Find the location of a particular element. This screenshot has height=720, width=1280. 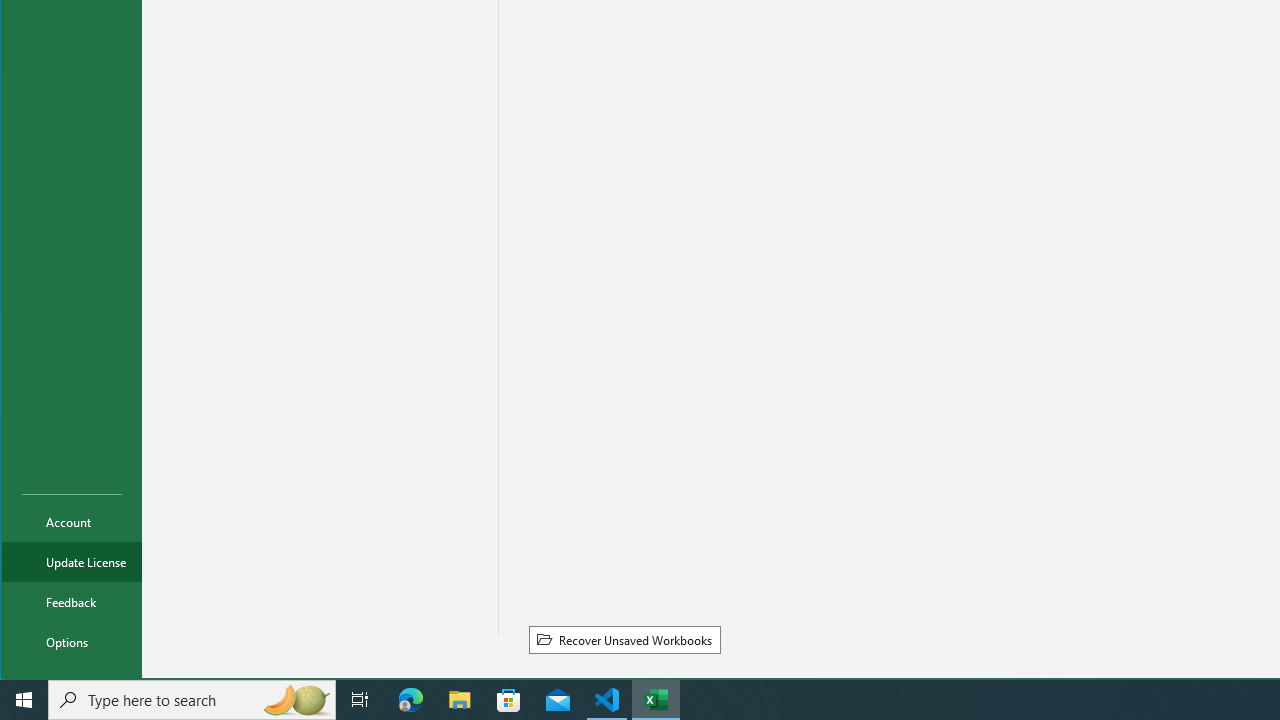

'Visual Studio Code - 1 running window' is located at coordinates (606, 698).